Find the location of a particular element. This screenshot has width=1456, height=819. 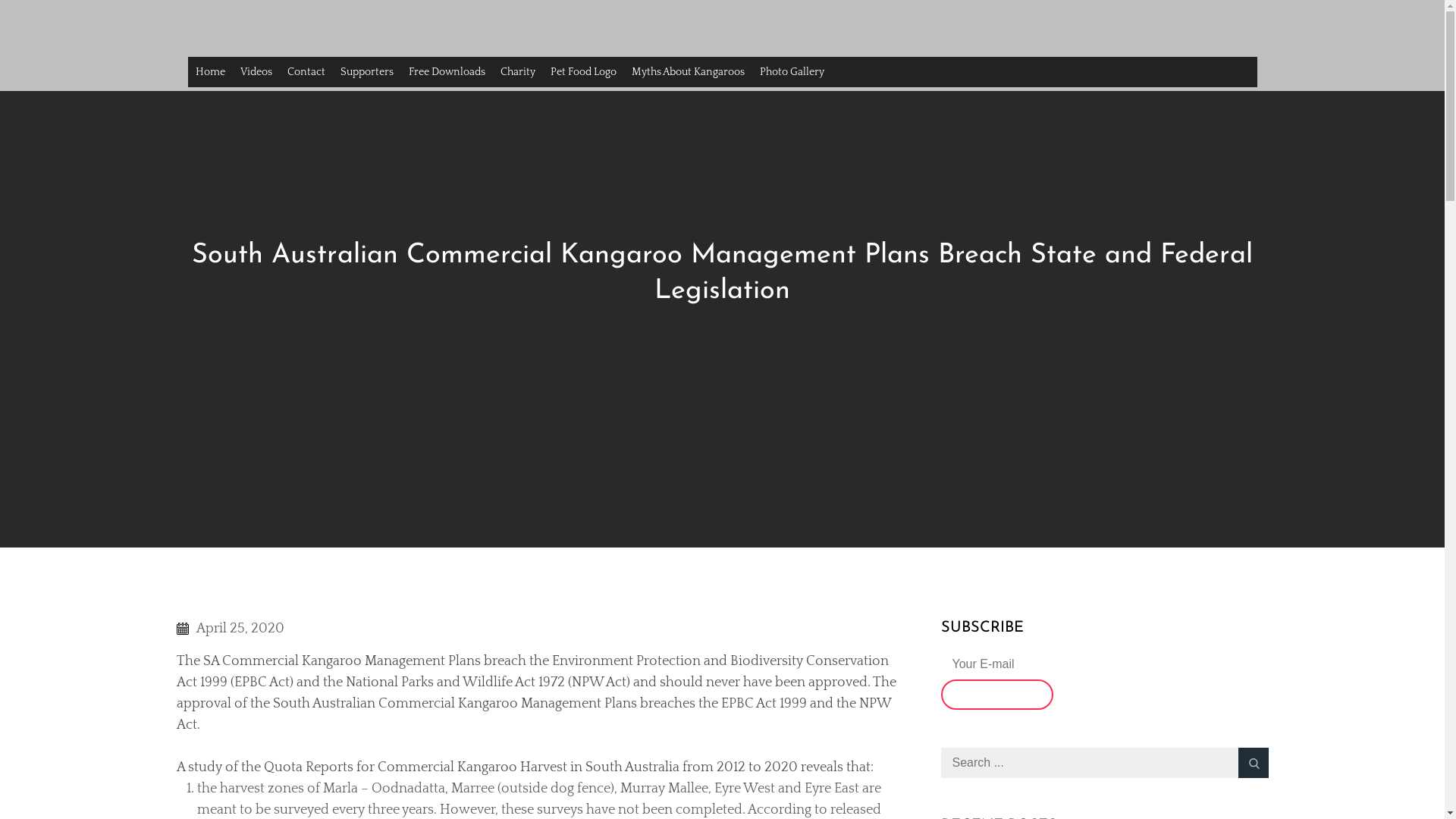

'Contact' is located at coordinates (305, 72).